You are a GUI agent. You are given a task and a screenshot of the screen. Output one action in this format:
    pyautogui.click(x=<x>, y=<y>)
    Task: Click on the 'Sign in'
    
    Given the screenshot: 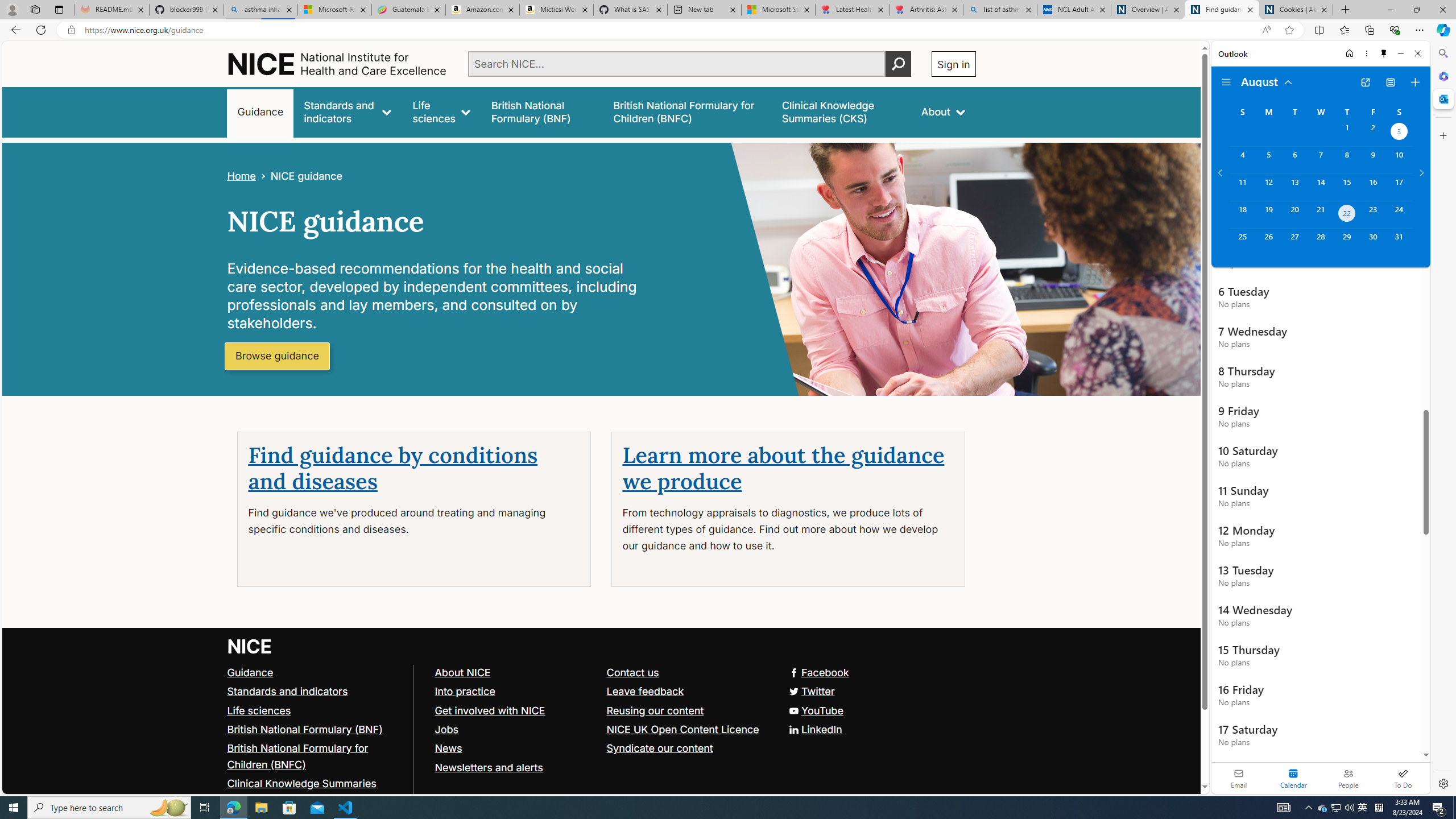 What is the action you would take?
    pyautogui.click(x=953, y=63)
    